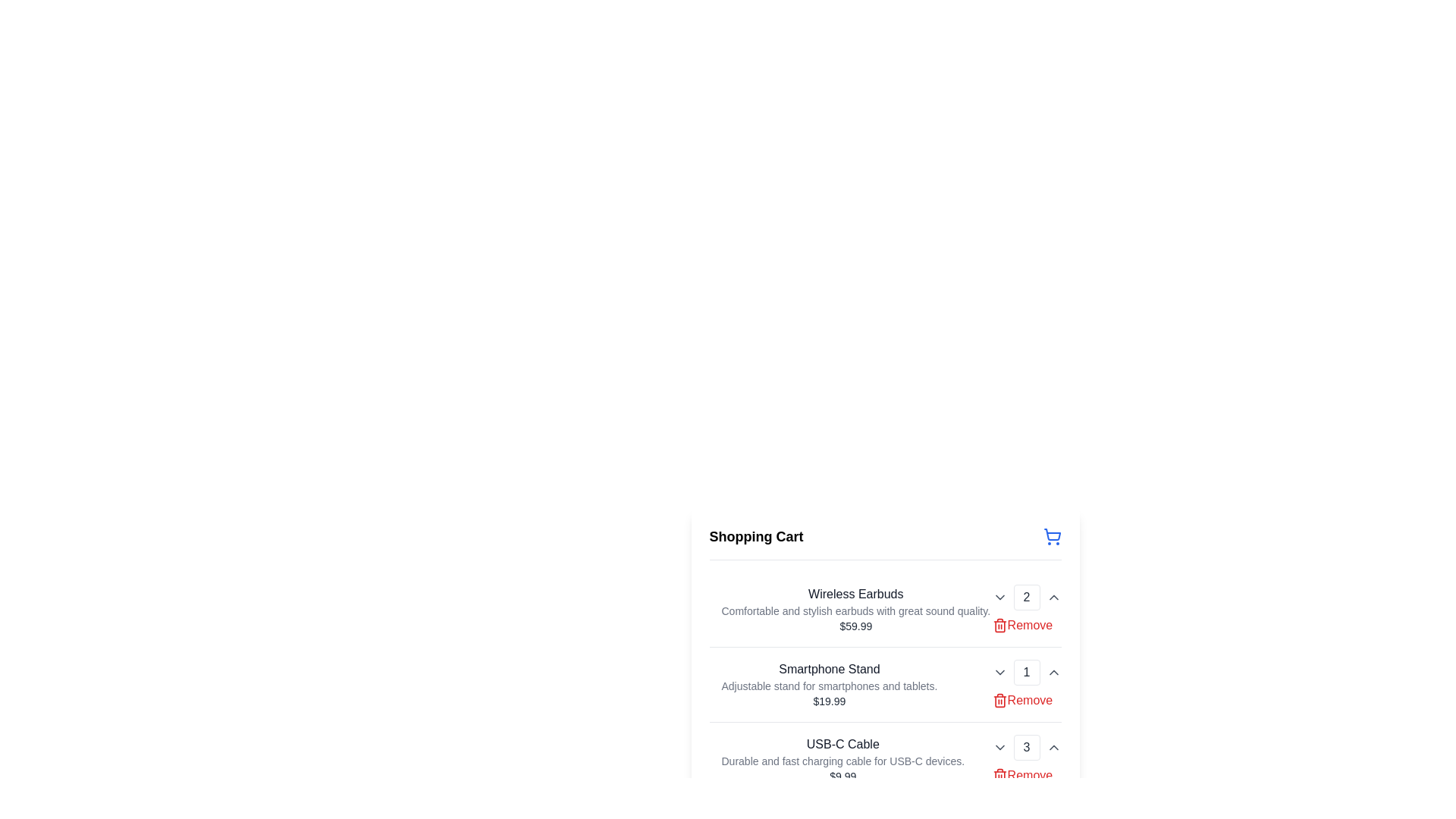  What do you see at coordinates (1026, 608) in the screenshot?
I see `the decrement arrow button of the Quantity Selector (Spinner) displaying '2' located in the right section of the 'Wireless Earbuds' item entry in the shopping cart` at bounding box center [1026, 608].